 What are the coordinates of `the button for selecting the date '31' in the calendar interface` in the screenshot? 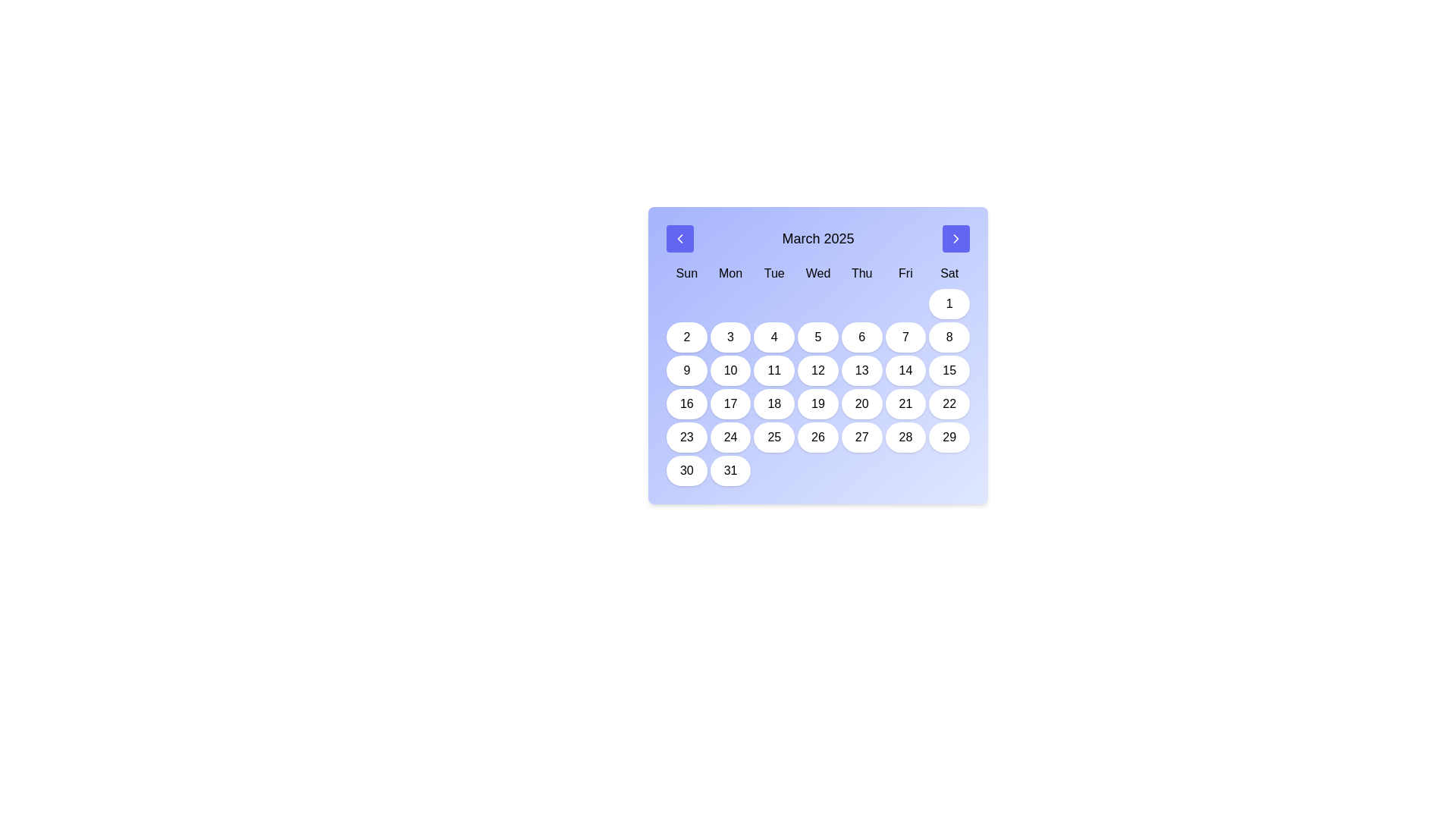 It's located at (730, 470).